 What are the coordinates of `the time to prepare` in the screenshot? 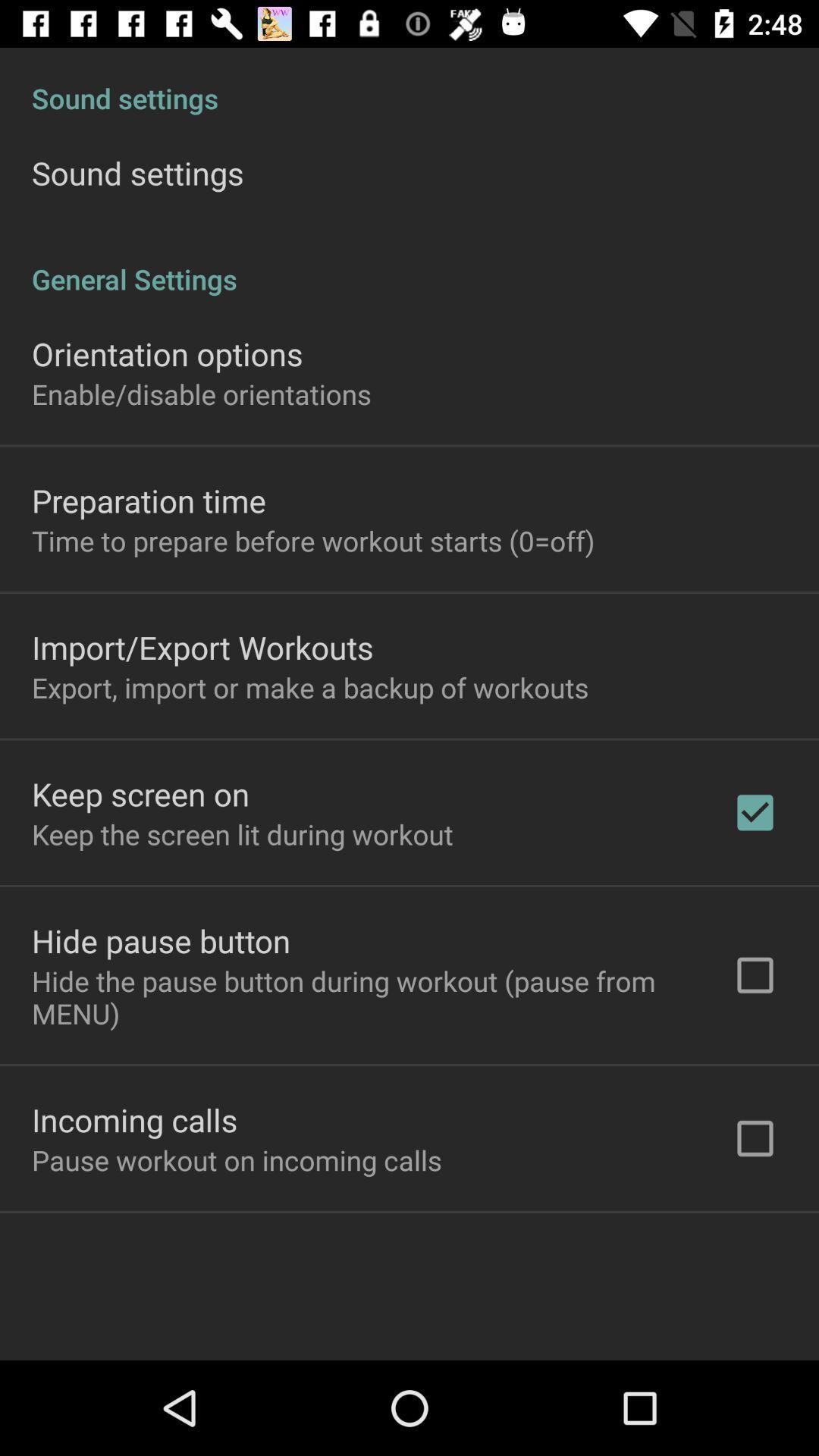 It's located at (312, 541).